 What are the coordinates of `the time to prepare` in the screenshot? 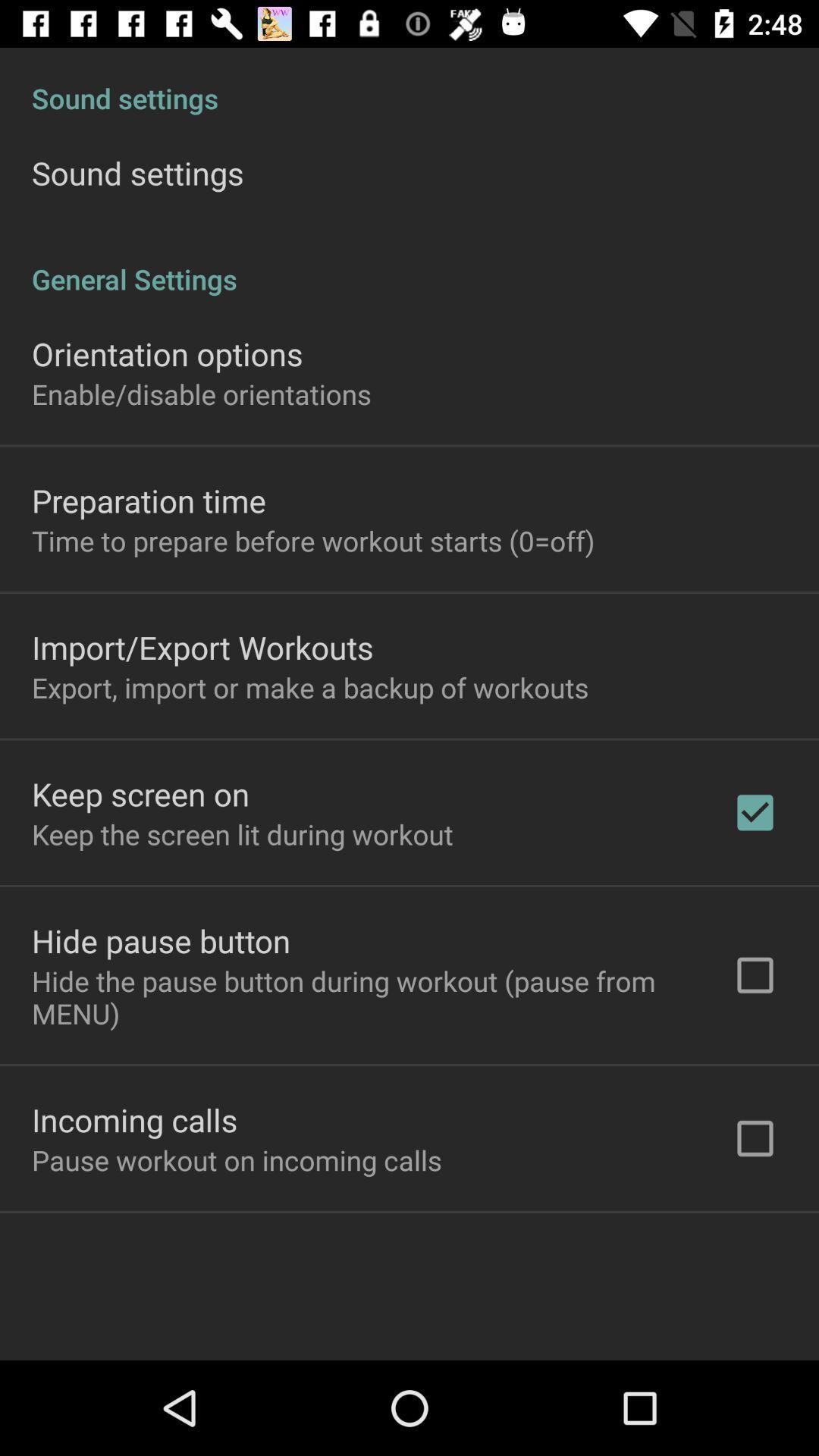 It's located at (312, 541).